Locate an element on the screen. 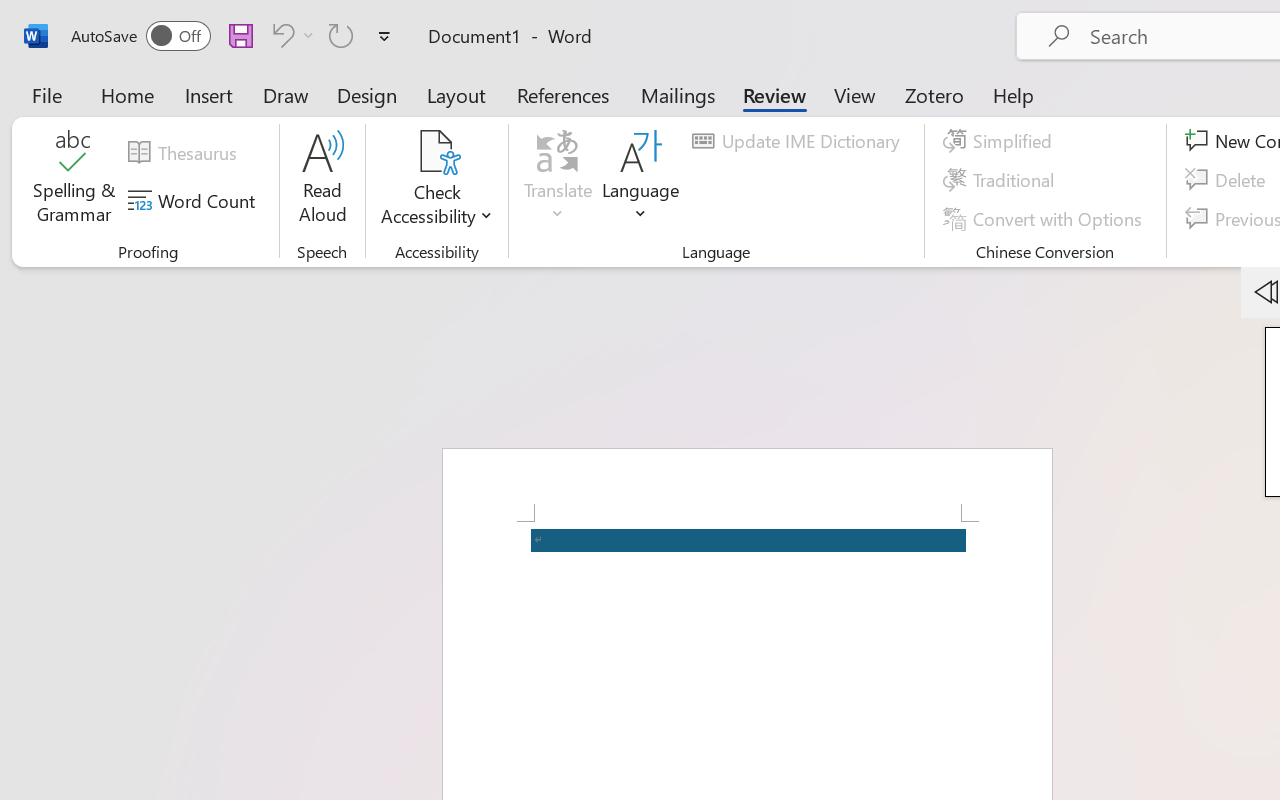  'Convert with Options...' is located at coordinates (1044, 218).